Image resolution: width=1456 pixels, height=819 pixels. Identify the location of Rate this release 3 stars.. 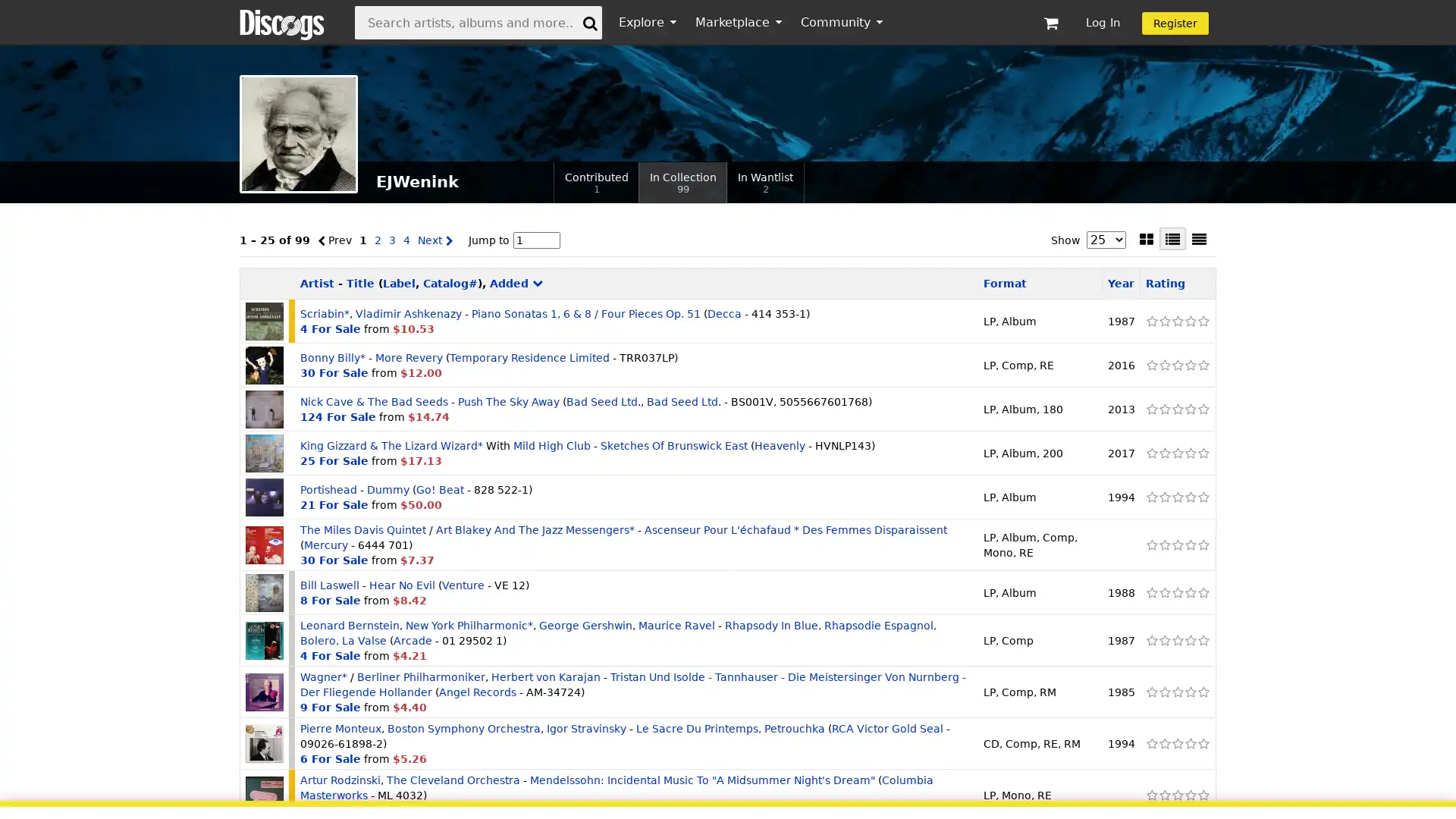
(1176, 742).